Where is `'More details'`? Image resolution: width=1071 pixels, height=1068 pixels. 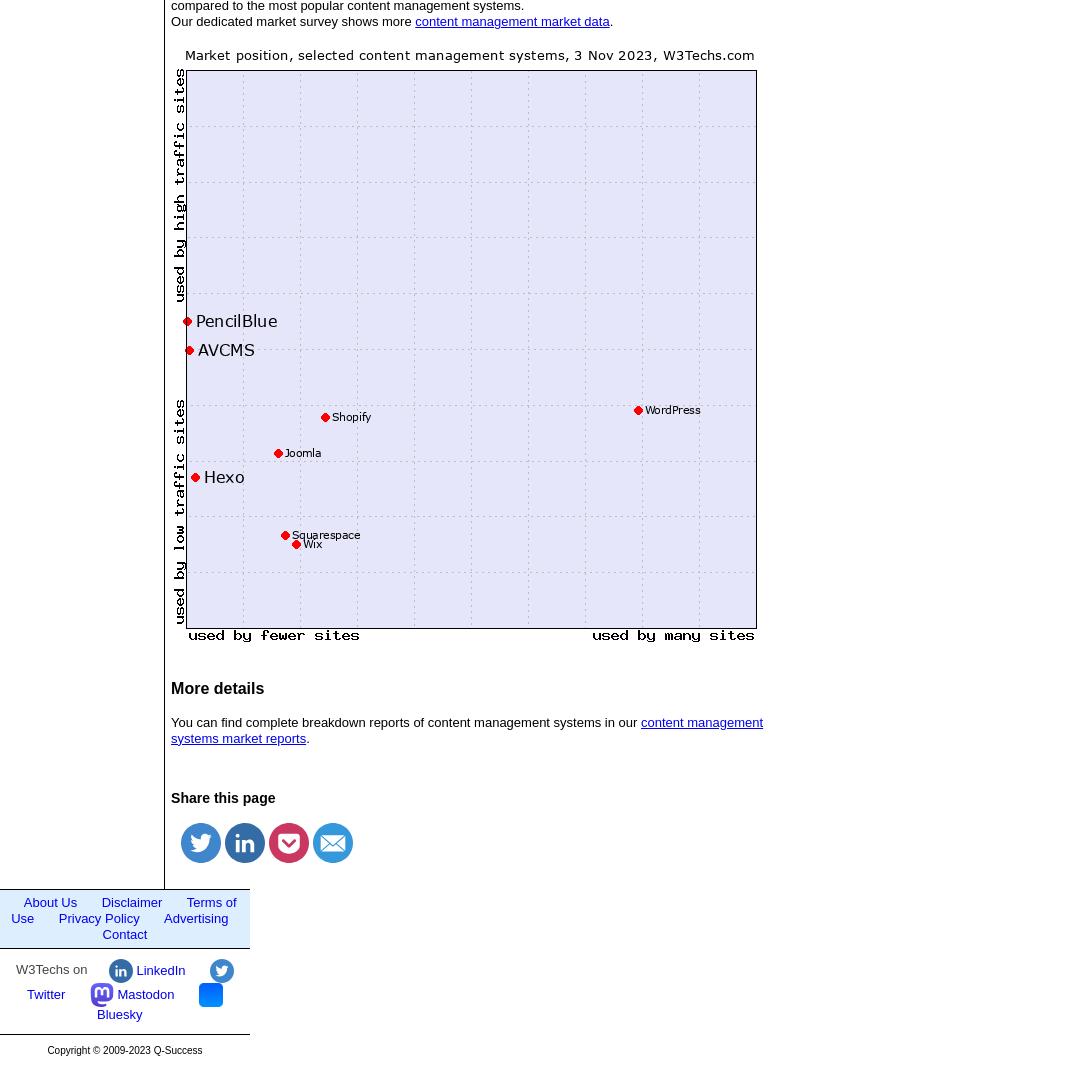
'More details' is located at coordinates (216, 687).